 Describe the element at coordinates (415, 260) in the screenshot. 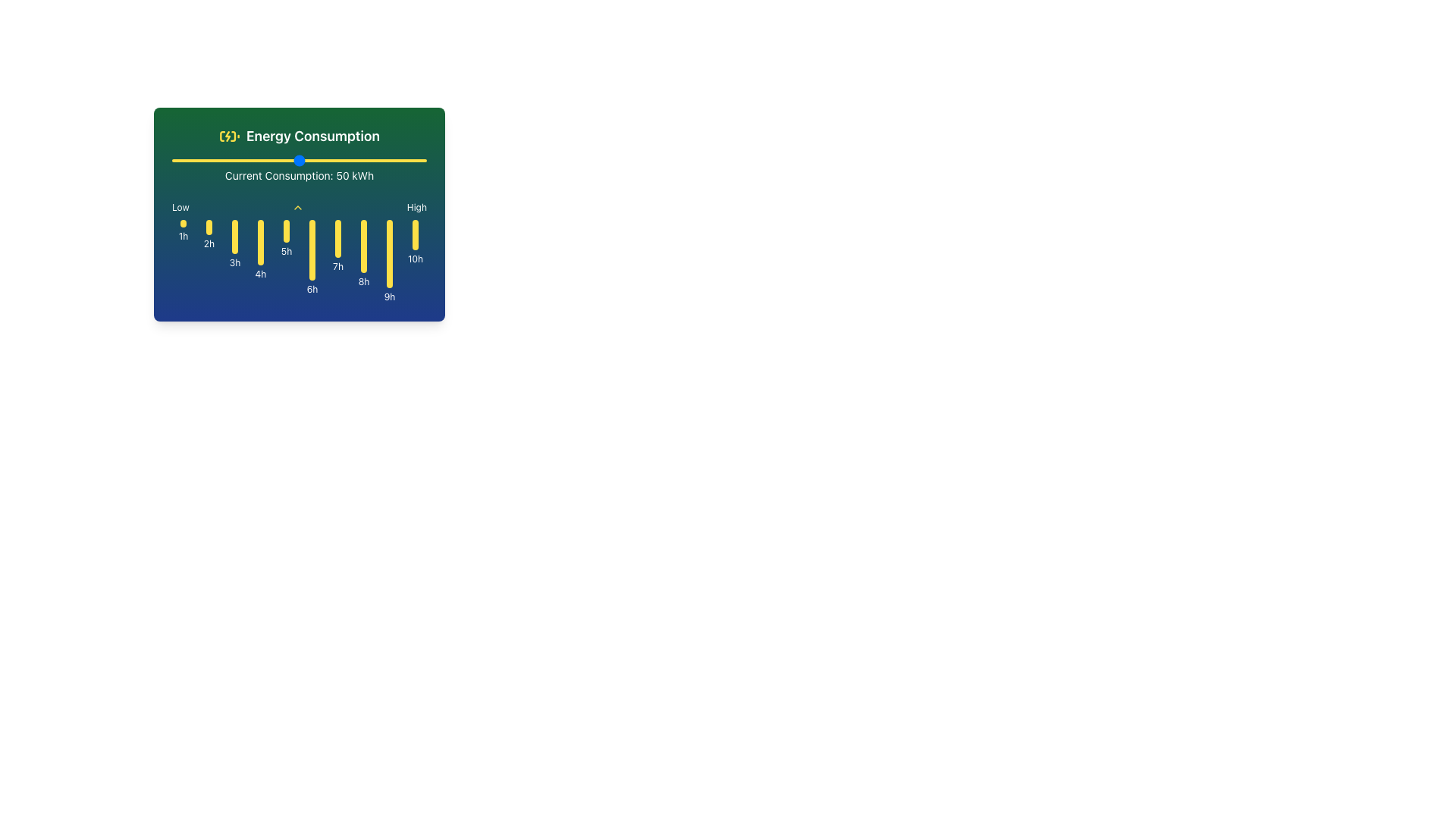

I see `the yellow vertical bar of the bar chart labeled '10h', which is the last element in a horizontal sequence, positioned below the label 'High'` at that location.